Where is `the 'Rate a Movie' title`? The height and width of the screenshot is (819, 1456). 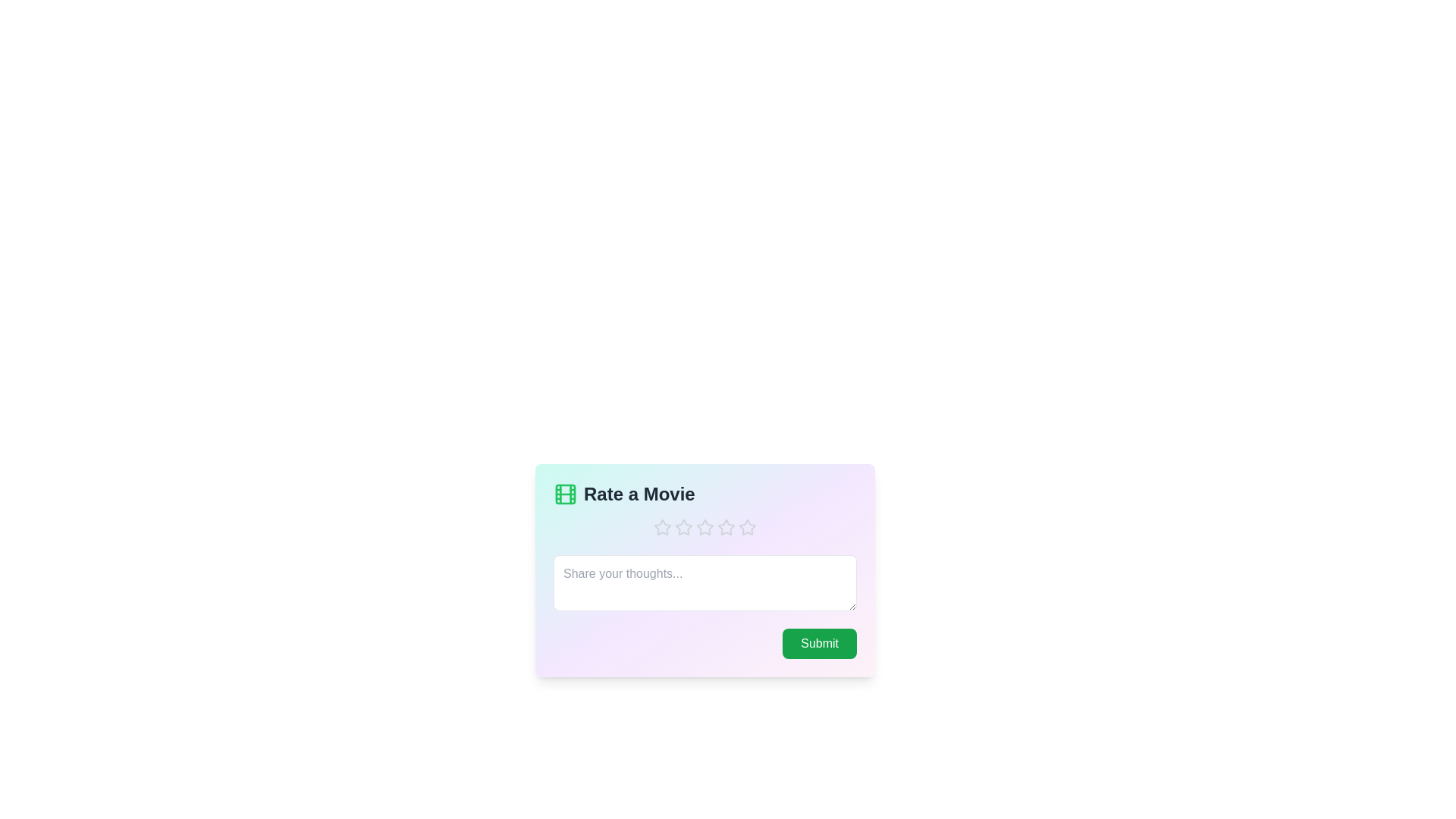
the 'Rate a Movie' title is located at coordinates (639, 494).